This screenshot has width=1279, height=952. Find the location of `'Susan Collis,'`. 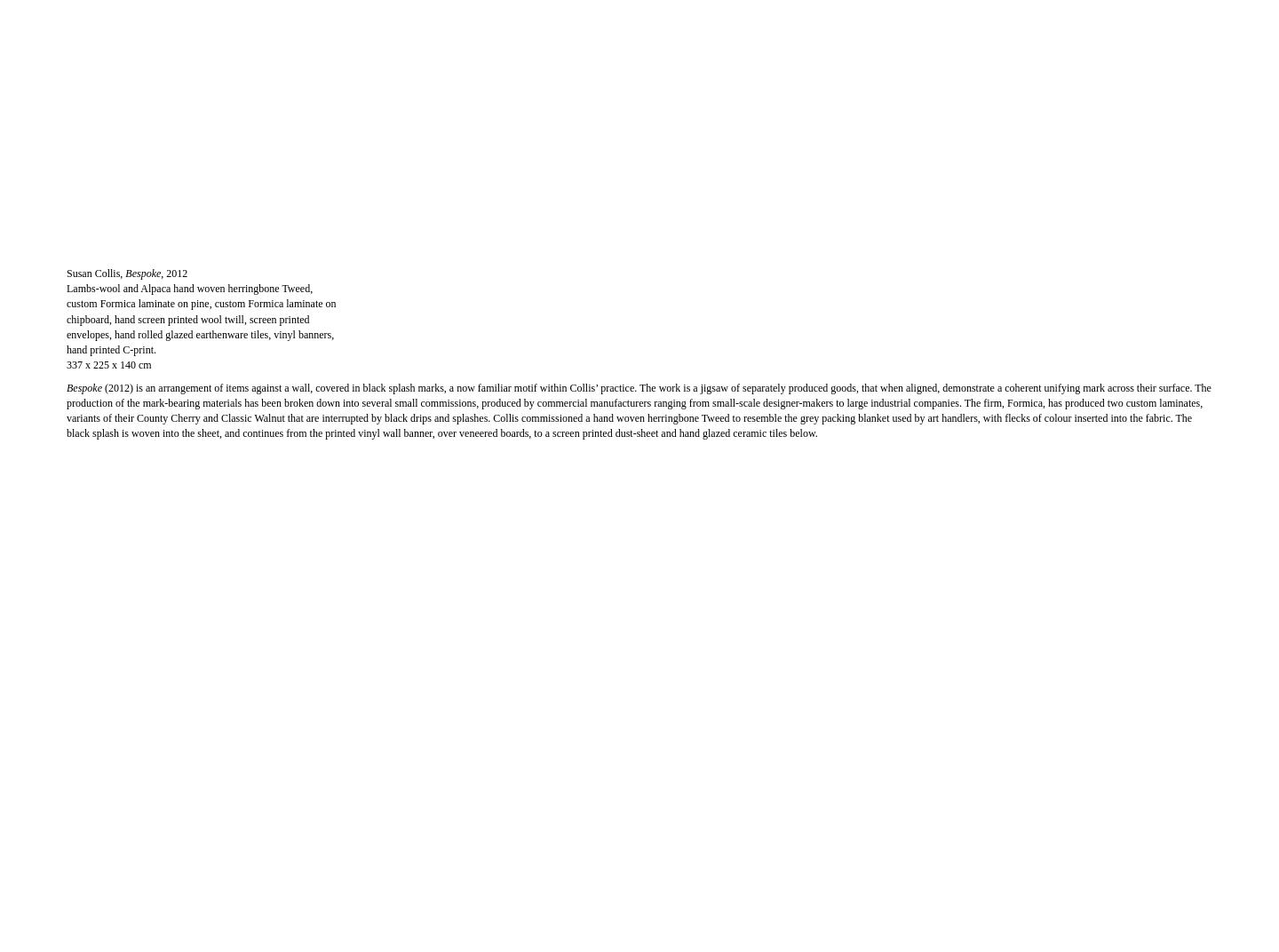

'Susan Collis,' is located at coordinates (94, 272).